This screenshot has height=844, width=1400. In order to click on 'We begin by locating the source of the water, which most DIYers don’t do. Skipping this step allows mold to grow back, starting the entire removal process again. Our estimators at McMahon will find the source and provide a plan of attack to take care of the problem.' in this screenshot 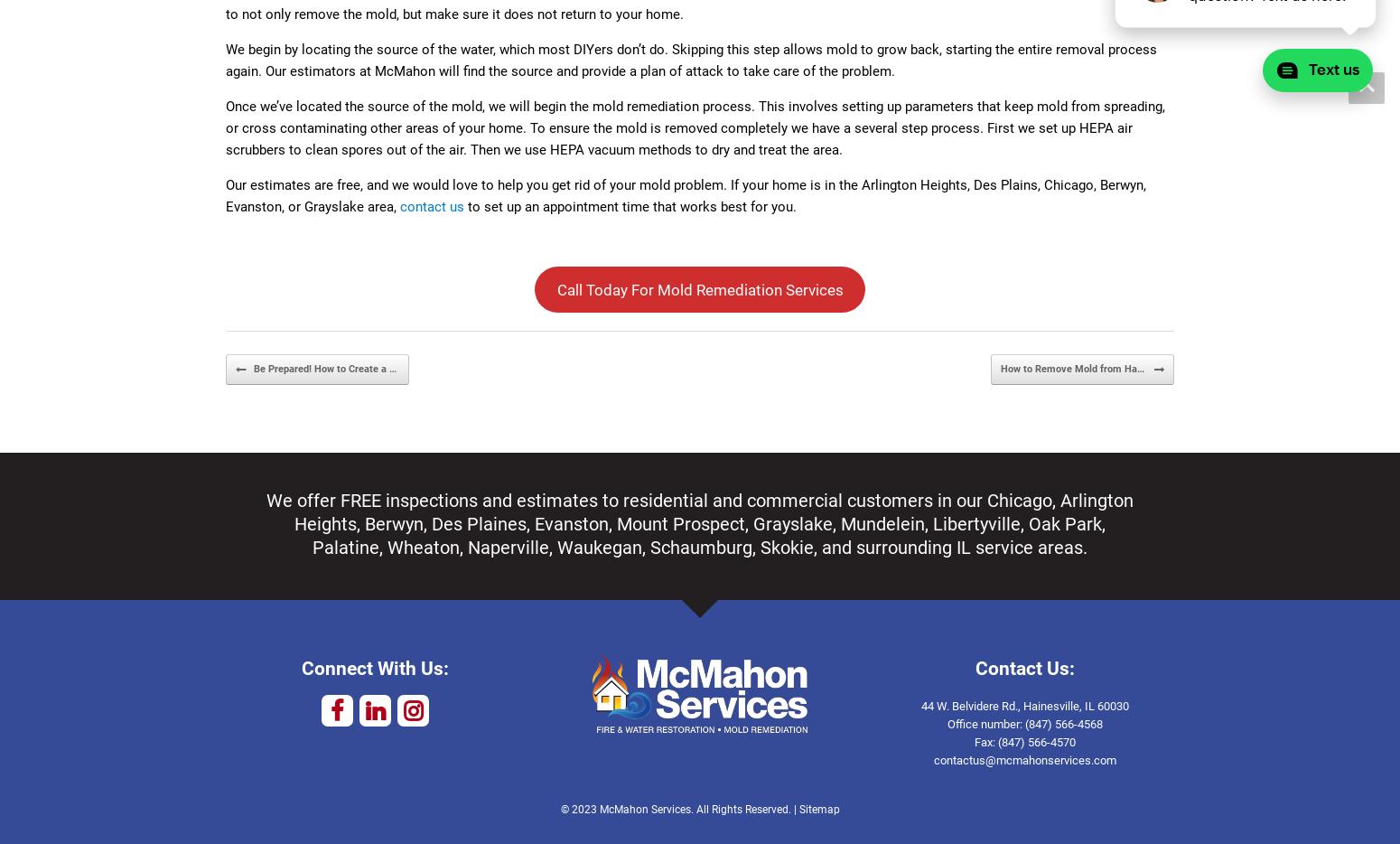, I will do `click(691, 60)`.